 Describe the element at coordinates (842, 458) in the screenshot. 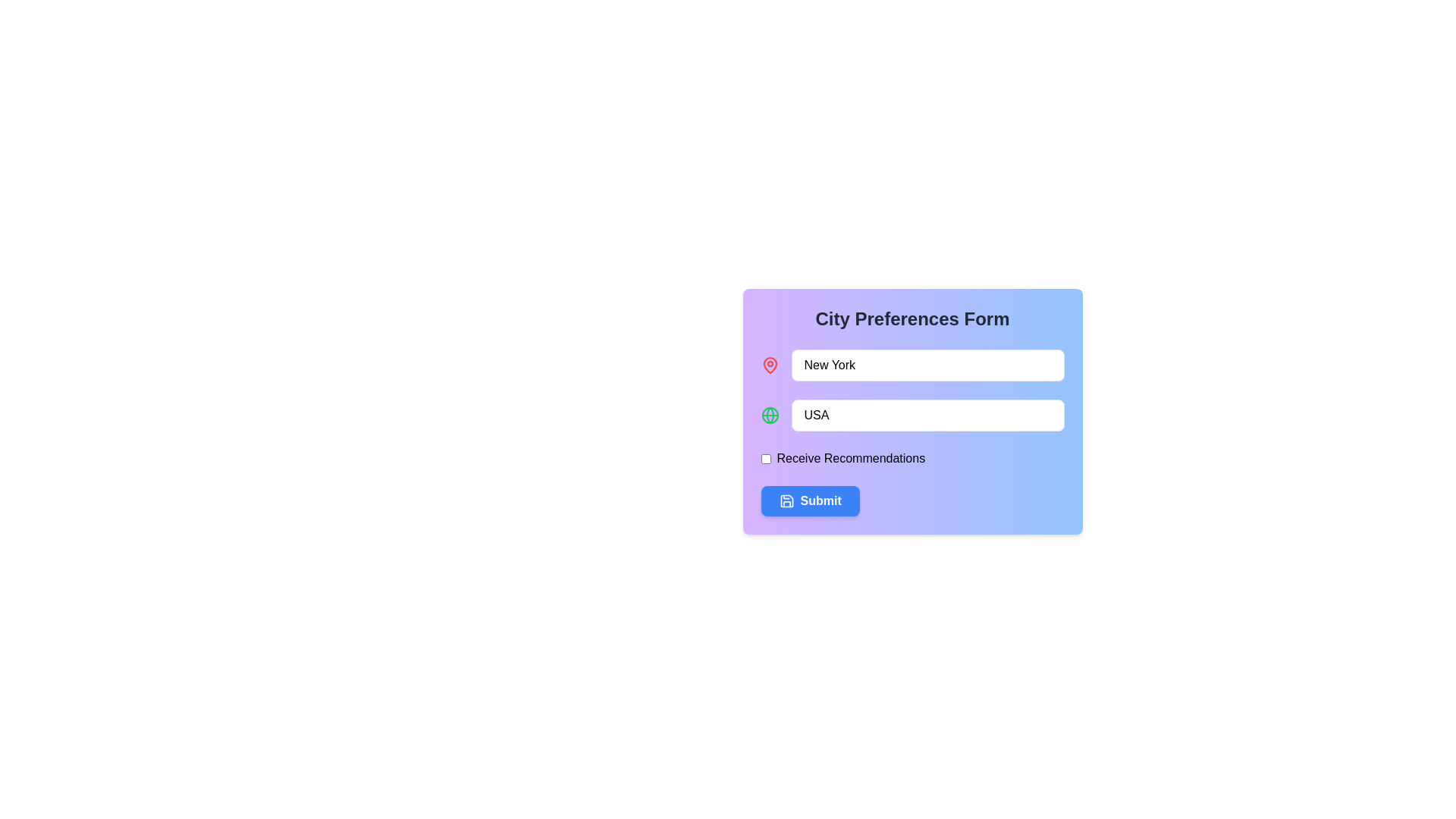

I see `the checkbox` at that location.